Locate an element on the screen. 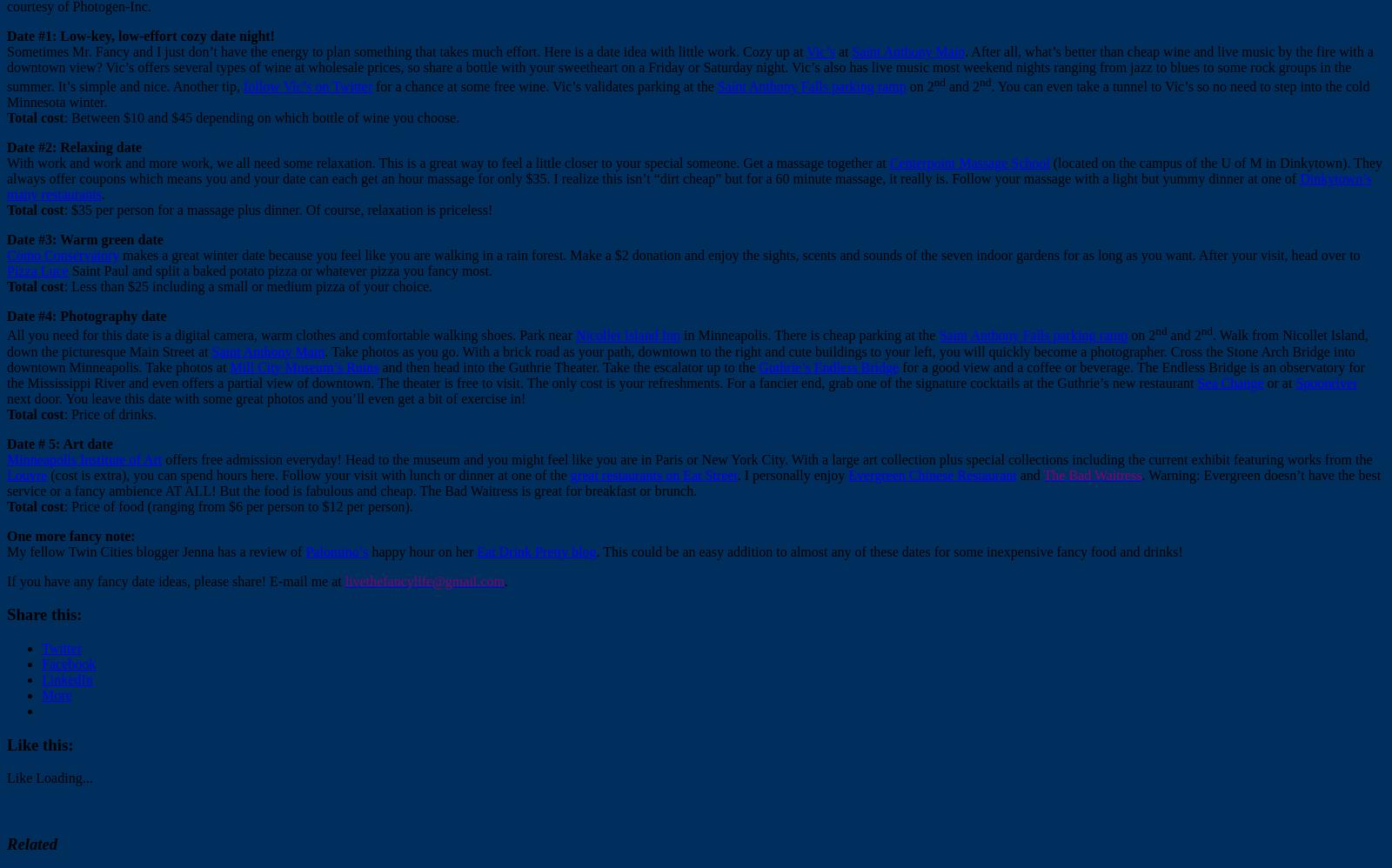 This screenshot has width=1392, height=868. '. I personally enjoy' is located at coordinates (792, 474).